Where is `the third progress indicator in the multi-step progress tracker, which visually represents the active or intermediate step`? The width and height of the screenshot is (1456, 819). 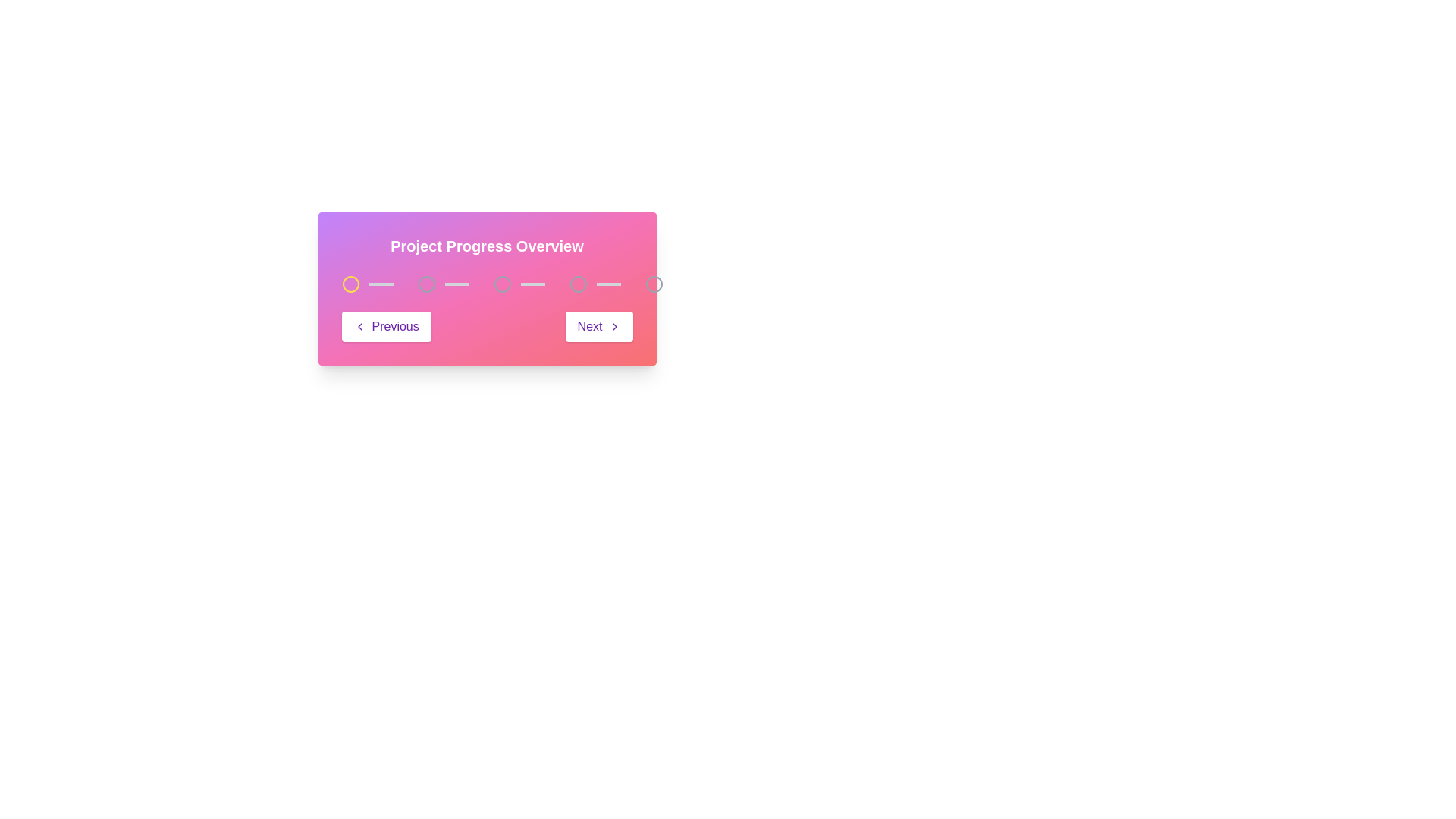 the third progress indicator in the multi-step progress tracker, which visually represents the active or intermediate step is located at coordinates (519, 284).